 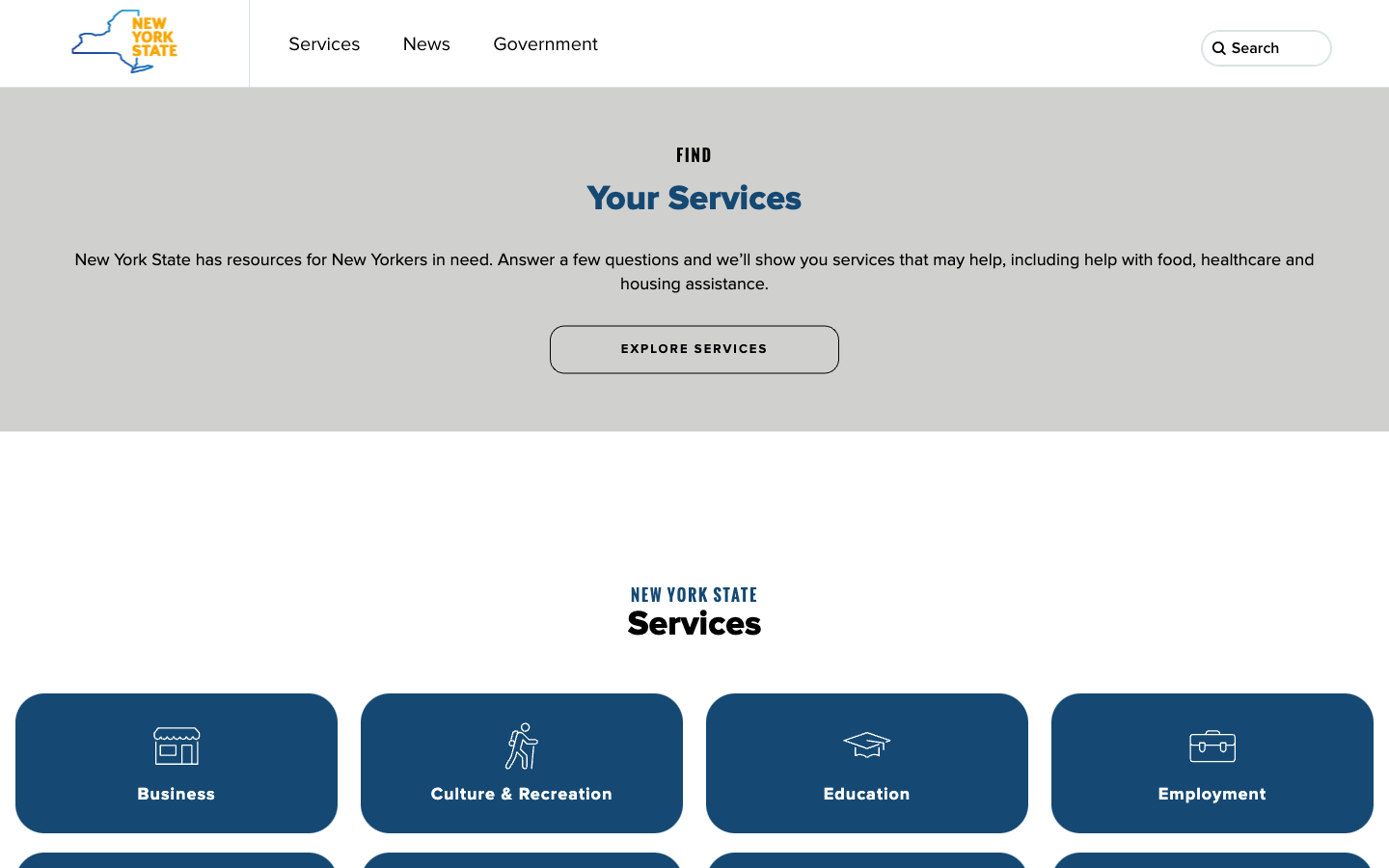 I want to click on Locate the term "bank" using the search function, so click(x=1314, y=48).